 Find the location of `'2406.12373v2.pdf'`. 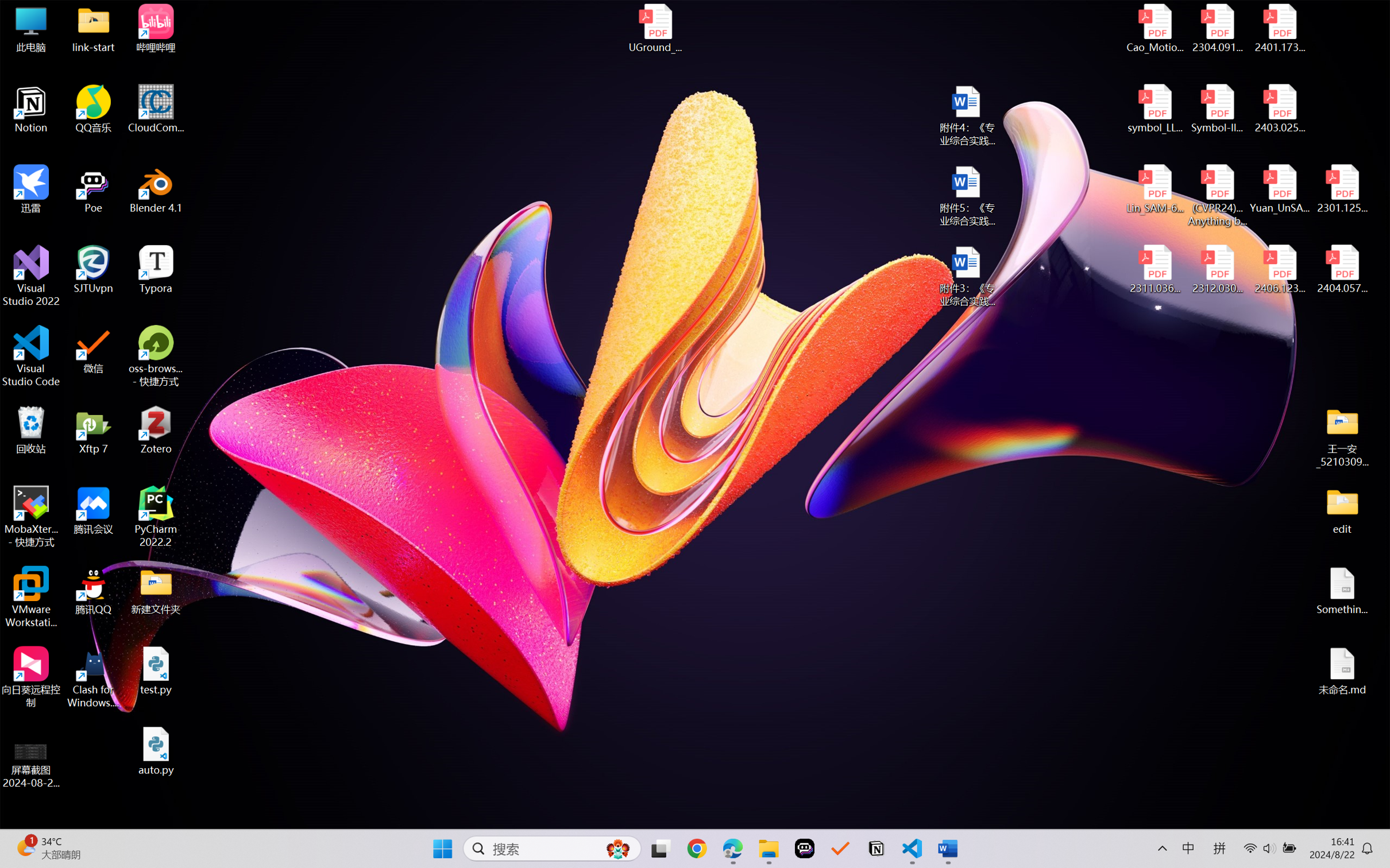

'2406.12373v2.pdf' is located at coordinates (1279, 269).